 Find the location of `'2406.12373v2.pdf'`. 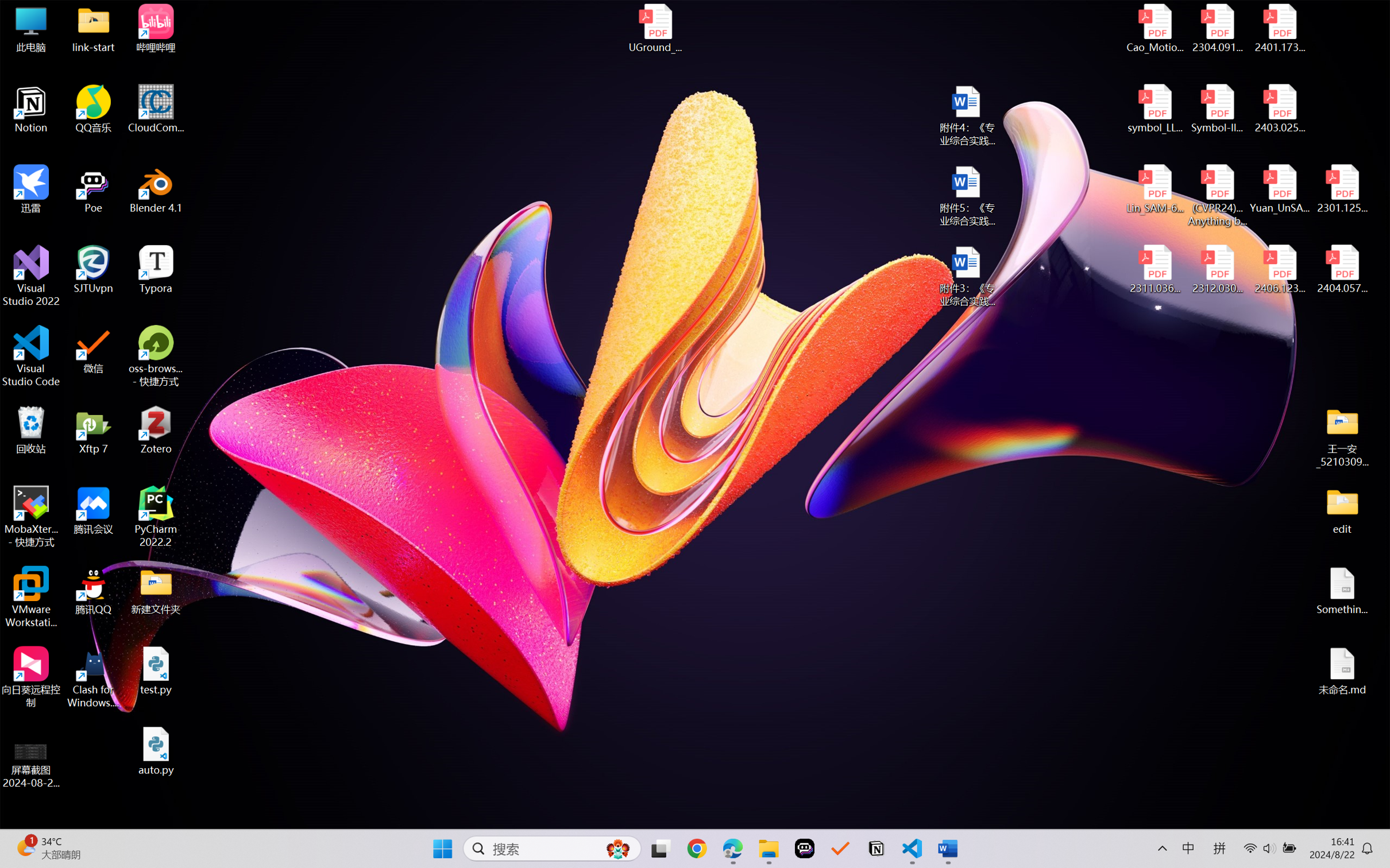

'2406.12373v2.pdf' is located at coordinates (1279, 269).